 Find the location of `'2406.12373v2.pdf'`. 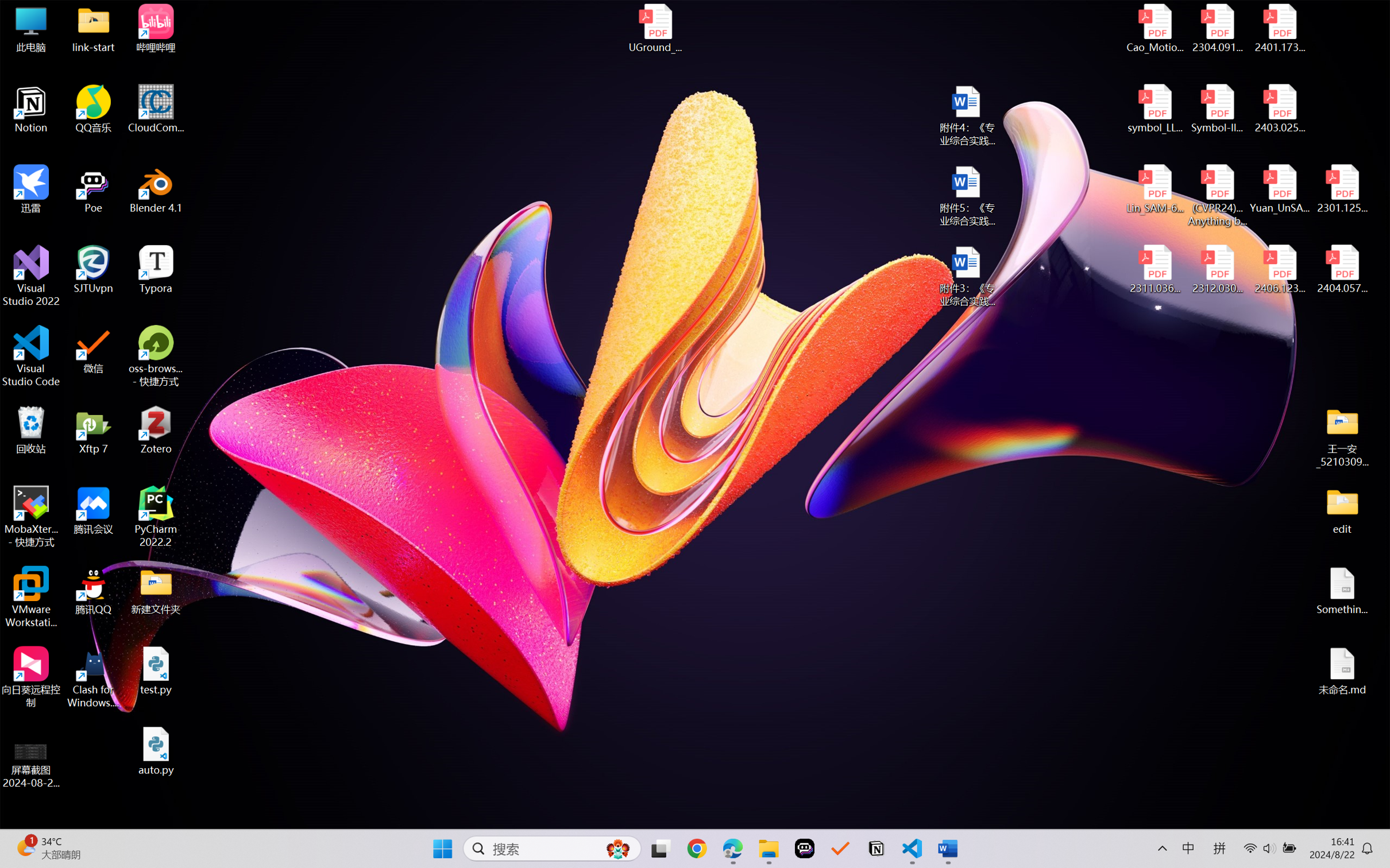

'2406.12373v2.pdf' is located at coordinates (1279, 269).